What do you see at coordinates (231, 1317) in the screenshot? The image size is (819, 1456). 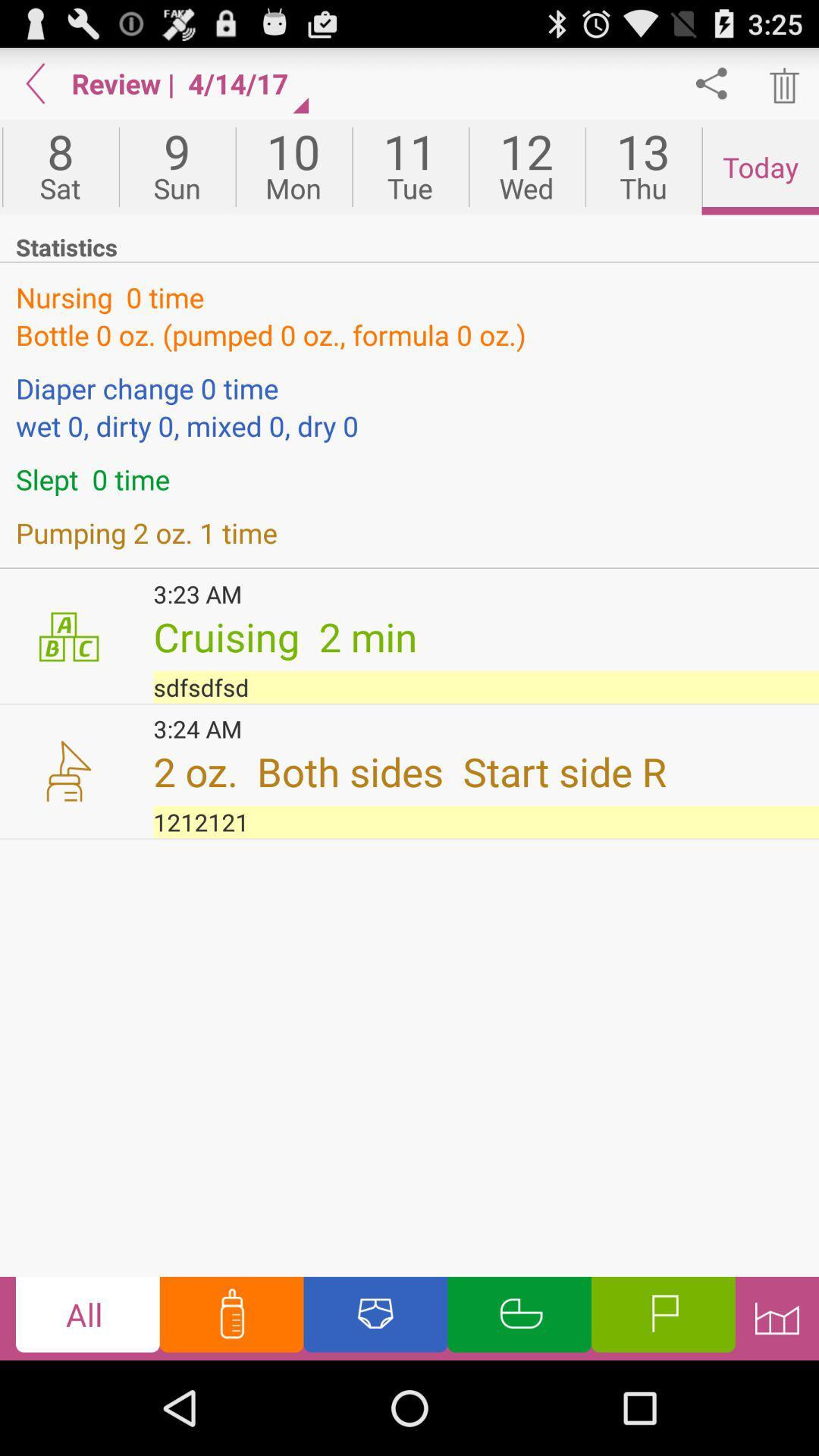 I see `information about the formula` at bounding box center [231, 1317].